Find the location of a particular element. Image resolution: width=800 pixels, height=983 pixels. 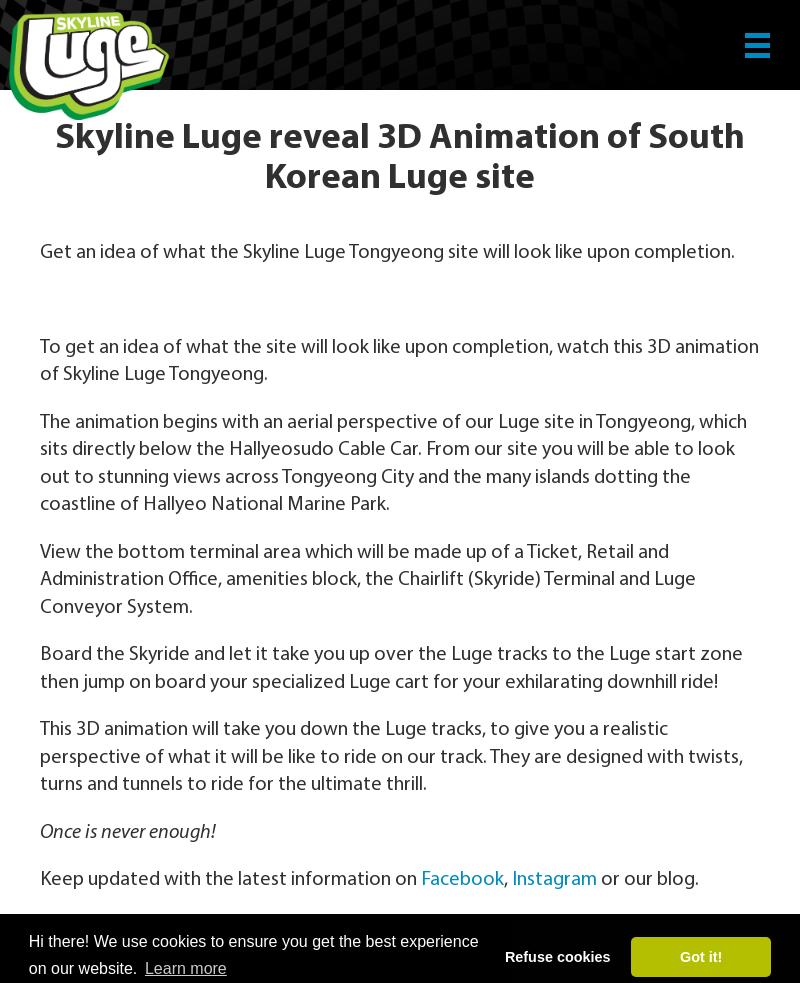

'Skyline Luge reveal 3D Animation of South Korean Luge site' is located at coordinates (400, 157).